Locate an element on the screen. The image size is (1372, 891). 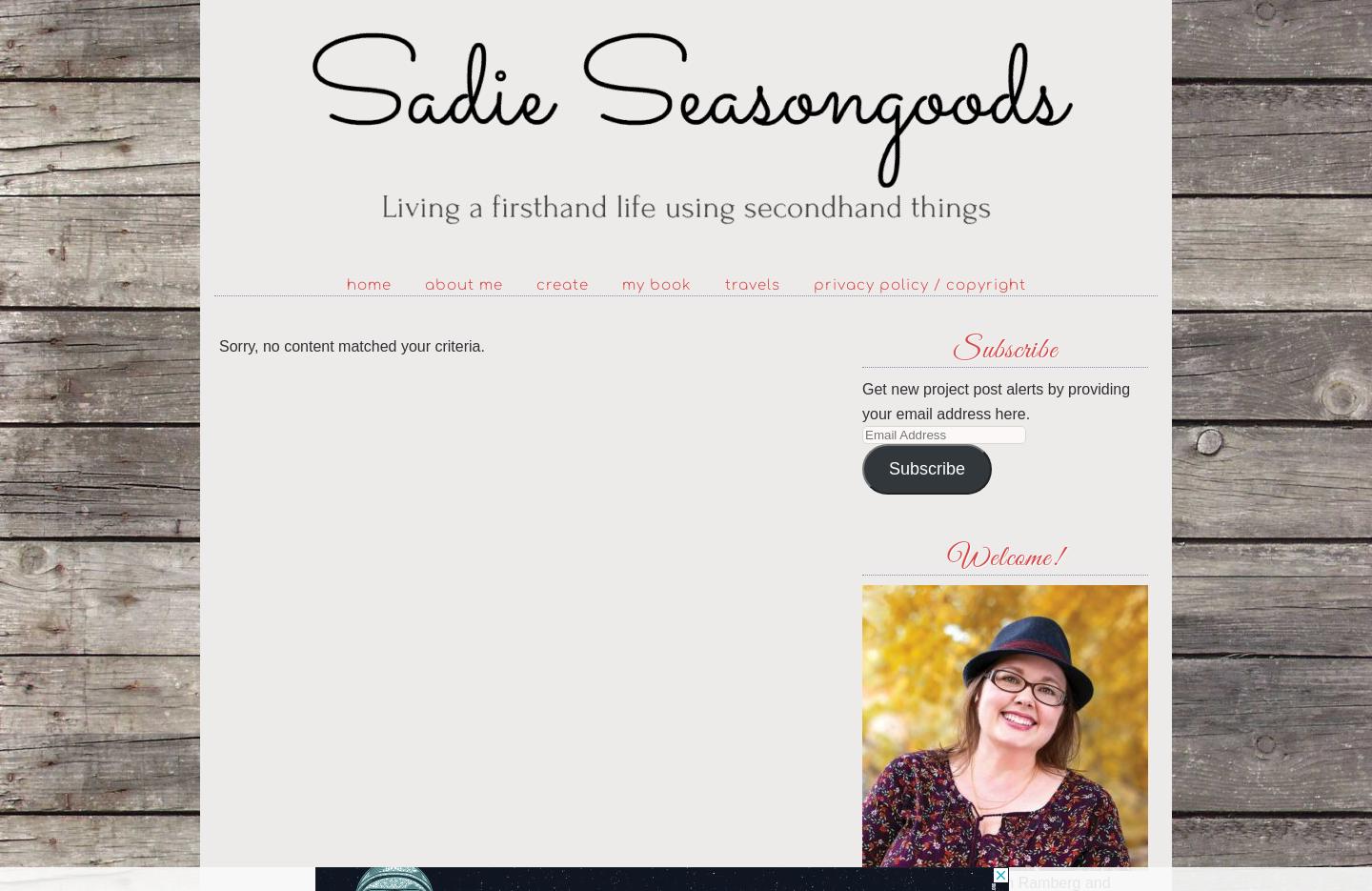
'My Book' is located at coordinates (656, 285).